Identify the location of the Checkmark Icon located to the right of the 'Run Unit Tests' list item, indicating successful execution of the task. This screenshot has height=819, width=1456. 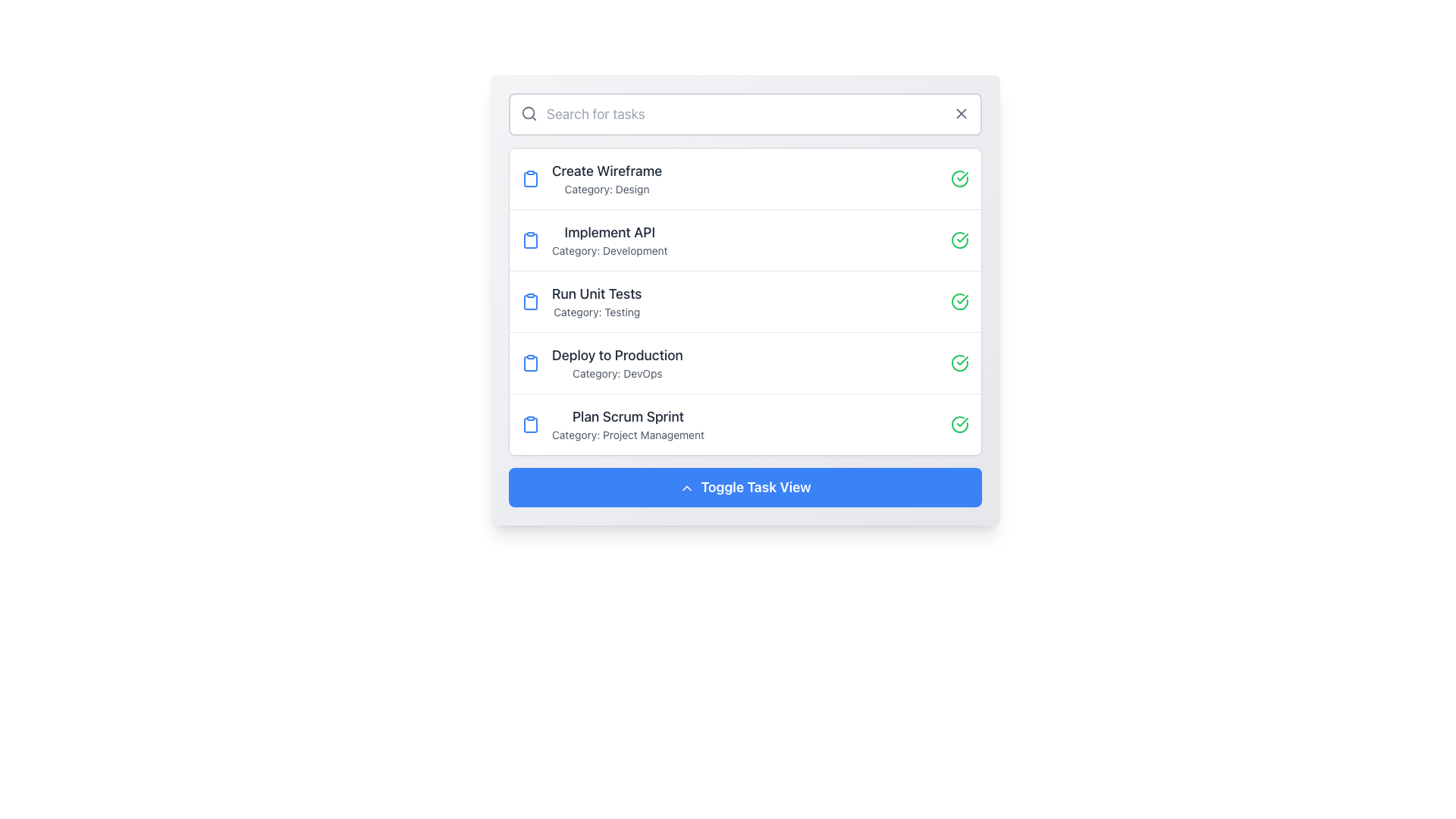
(959, 301).